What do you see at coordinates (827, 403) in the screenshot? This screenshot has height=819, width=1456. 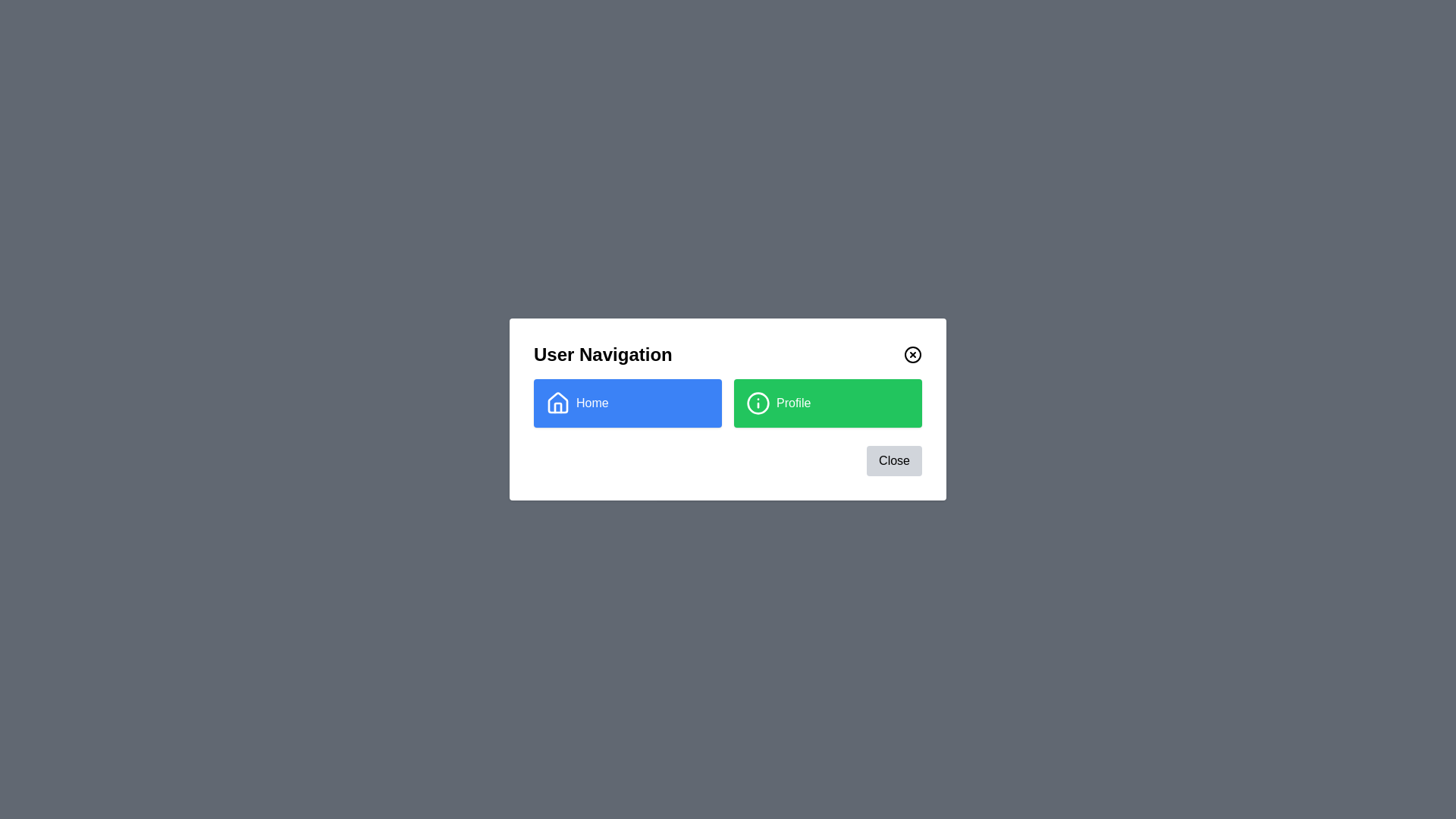 I see `the 'Profile' button` at bounding box center [827, 403].